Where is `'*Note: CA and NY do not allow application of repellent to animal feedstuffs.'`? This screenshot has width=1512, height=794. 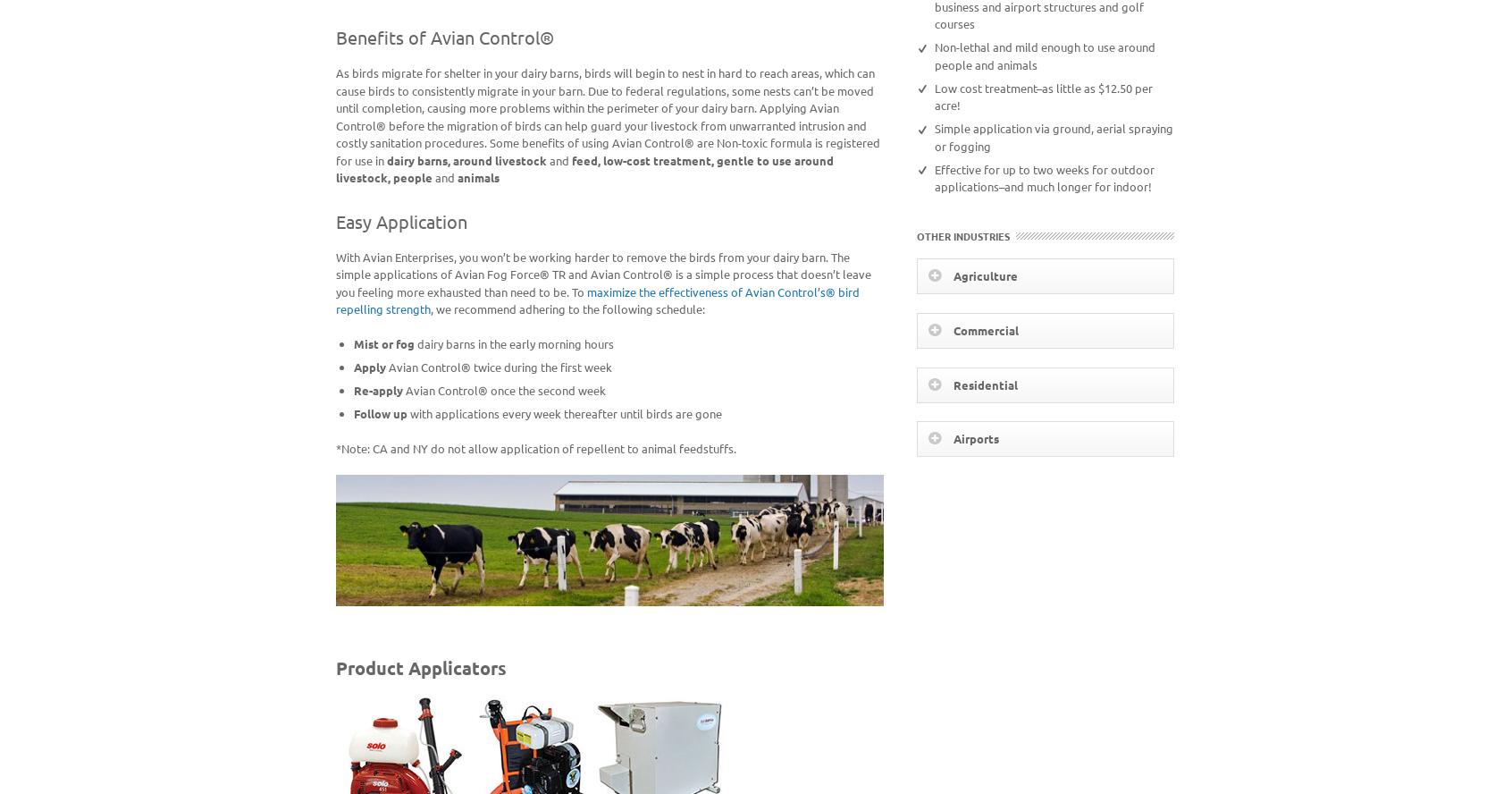 '*Note: CA and NY do not allow application of repellent to animal feedstuffs.' is located at coordinates (534, 447).